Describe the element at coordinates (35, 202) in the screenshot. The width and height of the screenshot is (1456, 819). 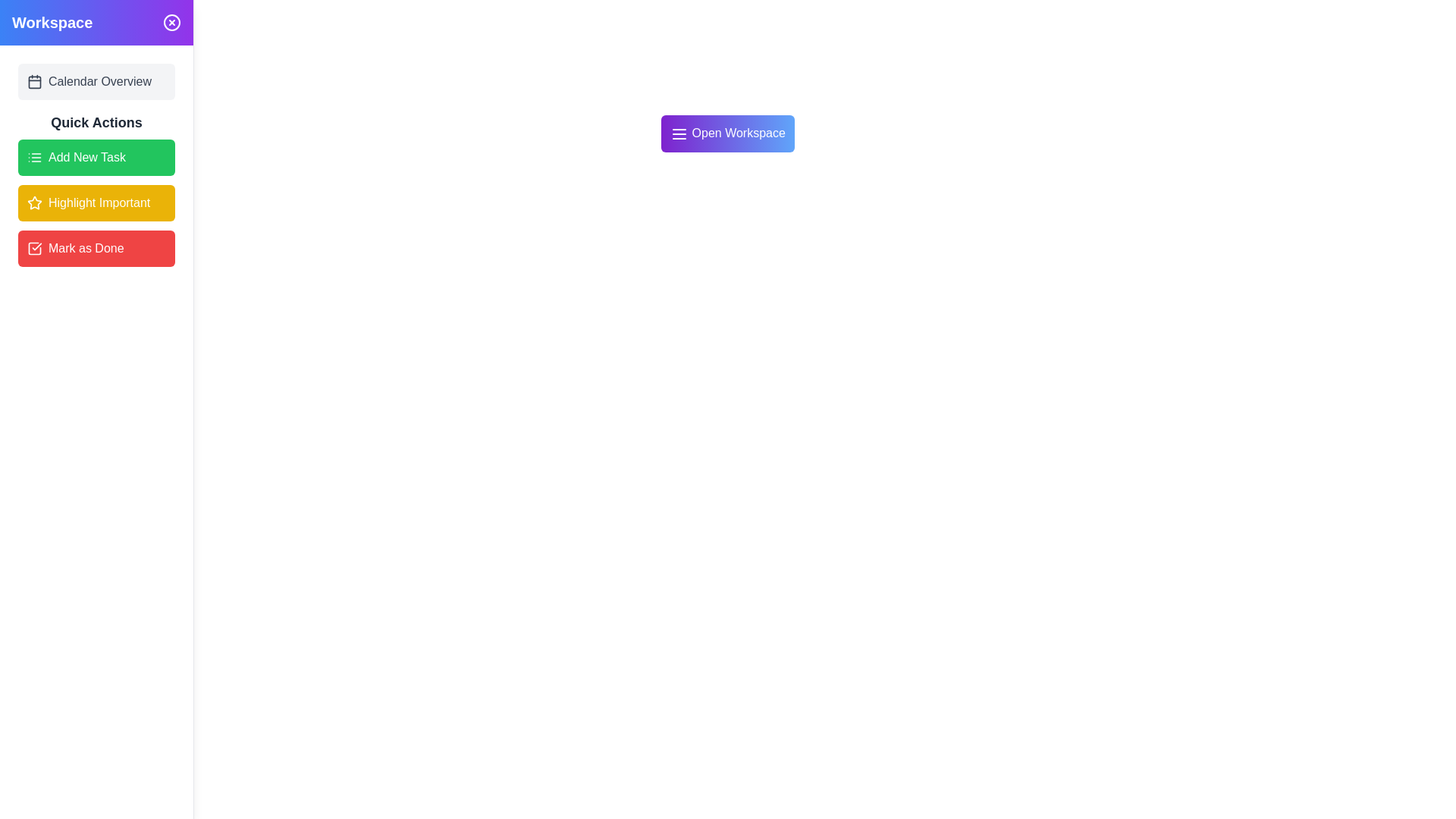
I see `the yellow star icon located at the left end of the 'Highlight Important' button in the 'Quick Actions' section` at that location.